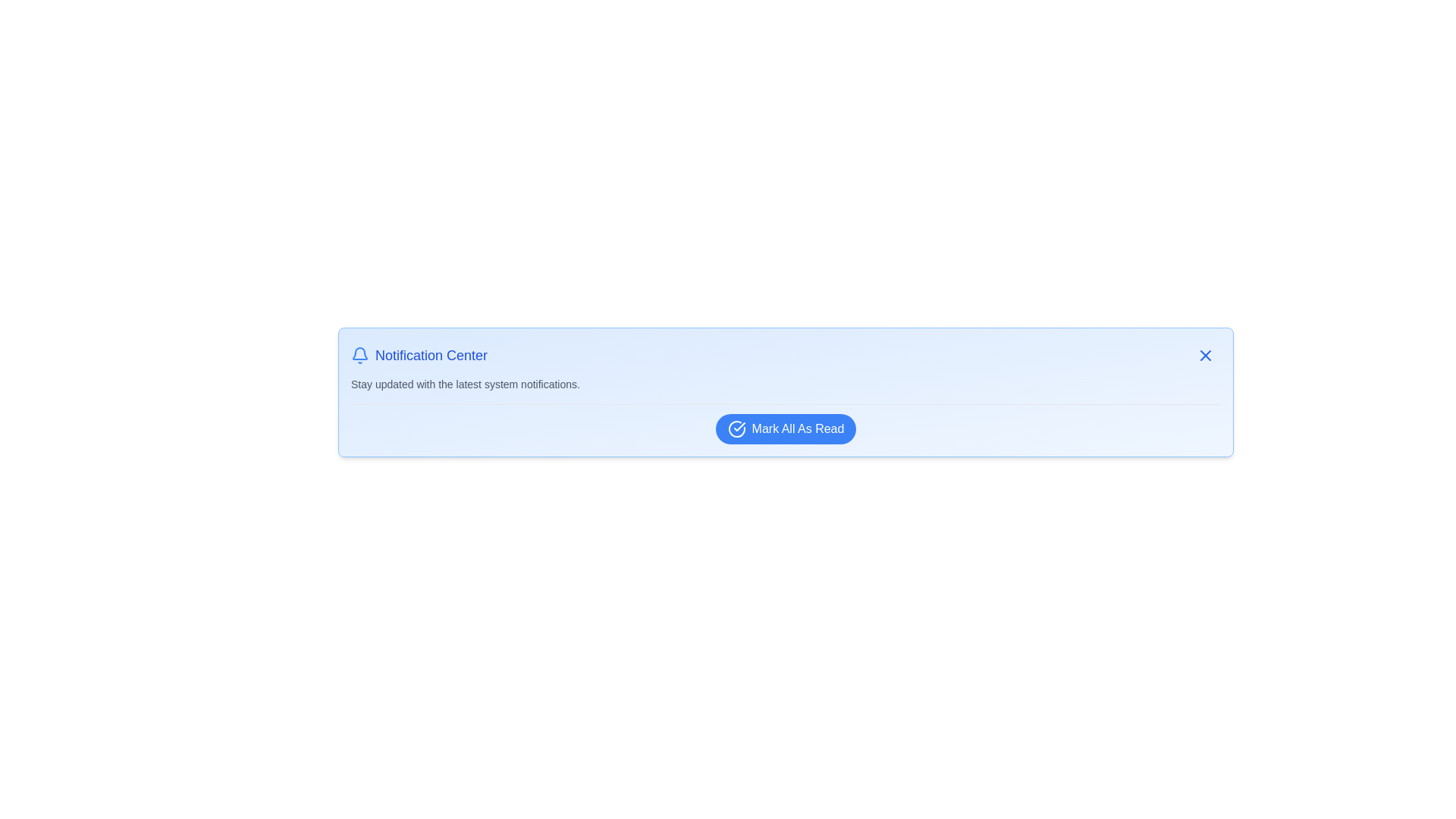 This screenshot has height=819, width=1456. Describe the element at coordinates (1204, 356) in the screenshot. I see `the blue 'X' icon button located in the top-right corner of the light blue notification box titled 'Notification Center'` at that location.